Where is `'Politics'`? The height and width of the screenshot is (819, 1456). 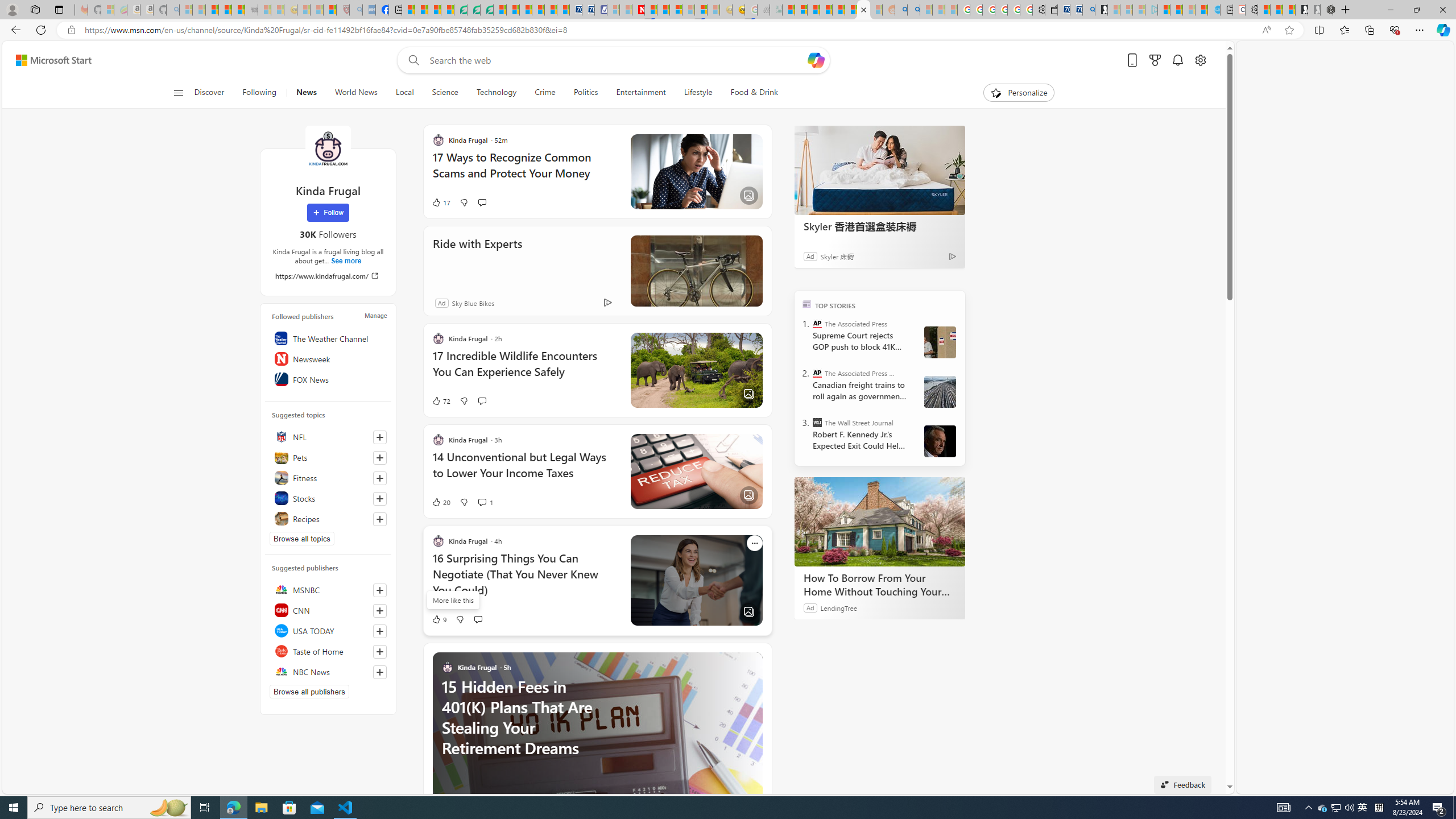
'Politics' is located at coordinates (586, 92).